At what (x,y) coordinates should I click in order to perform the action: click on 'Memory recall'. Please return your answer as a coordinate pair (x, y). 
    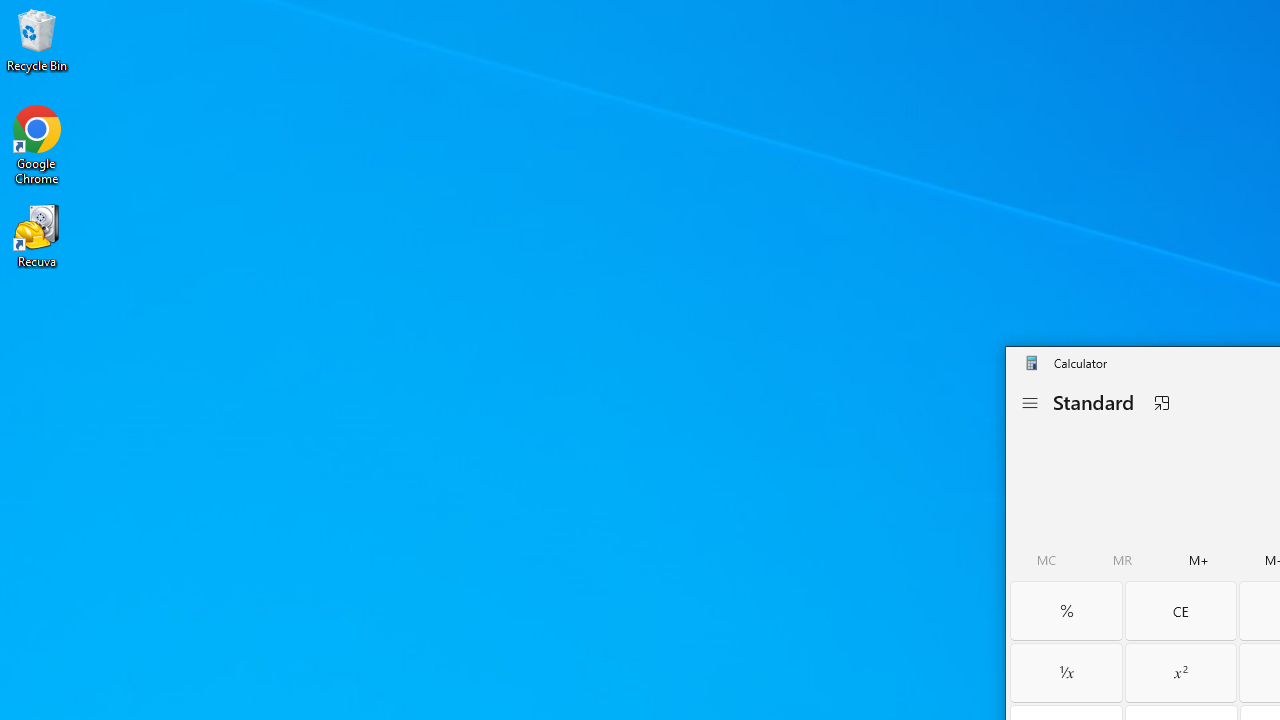
    Looking at the image, I should click on (1122, 560).